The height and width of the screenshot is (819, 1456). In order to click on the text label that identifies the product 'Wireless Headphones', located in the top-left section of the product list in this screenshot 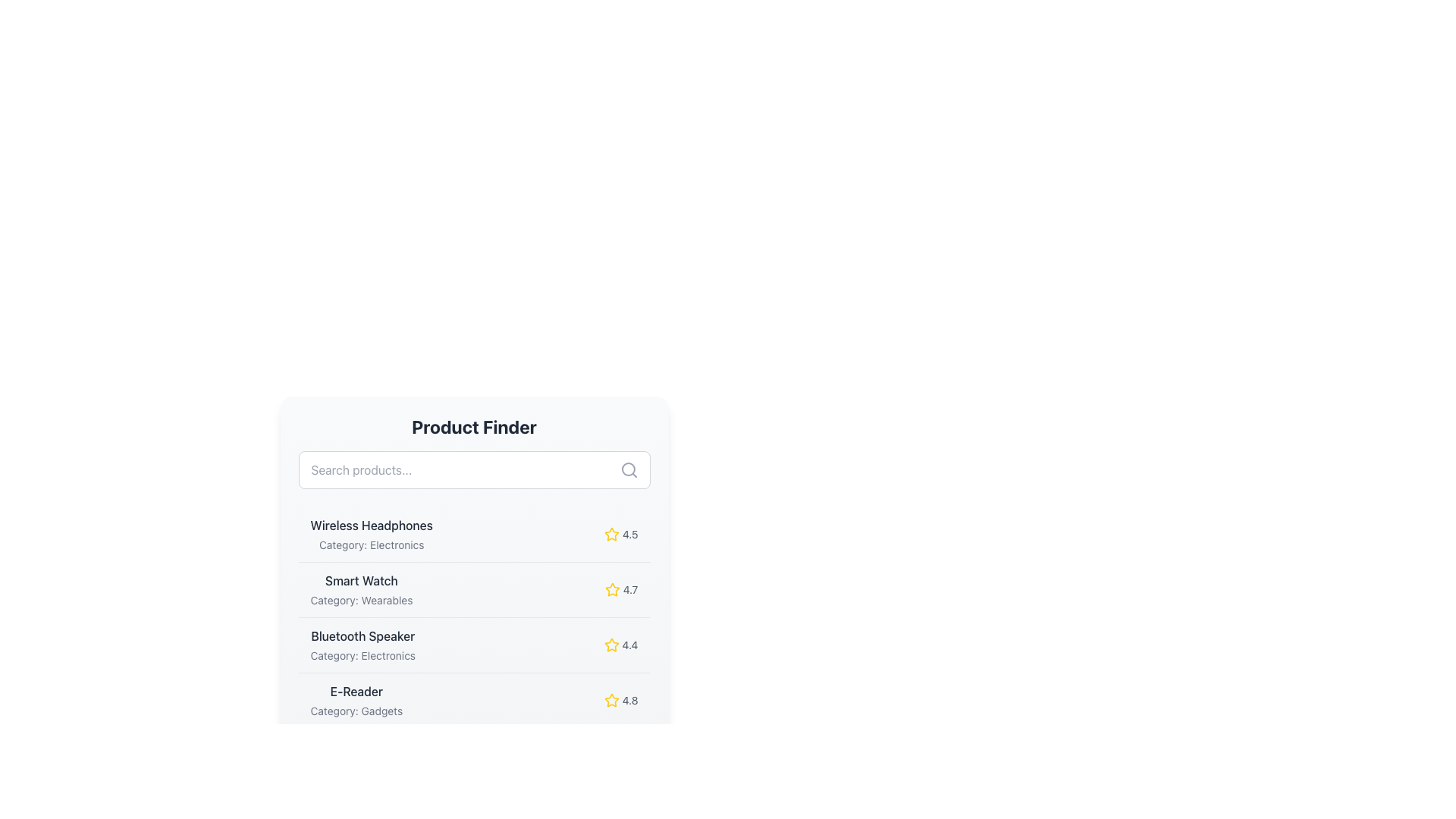, I will do `click(372, 525)`.